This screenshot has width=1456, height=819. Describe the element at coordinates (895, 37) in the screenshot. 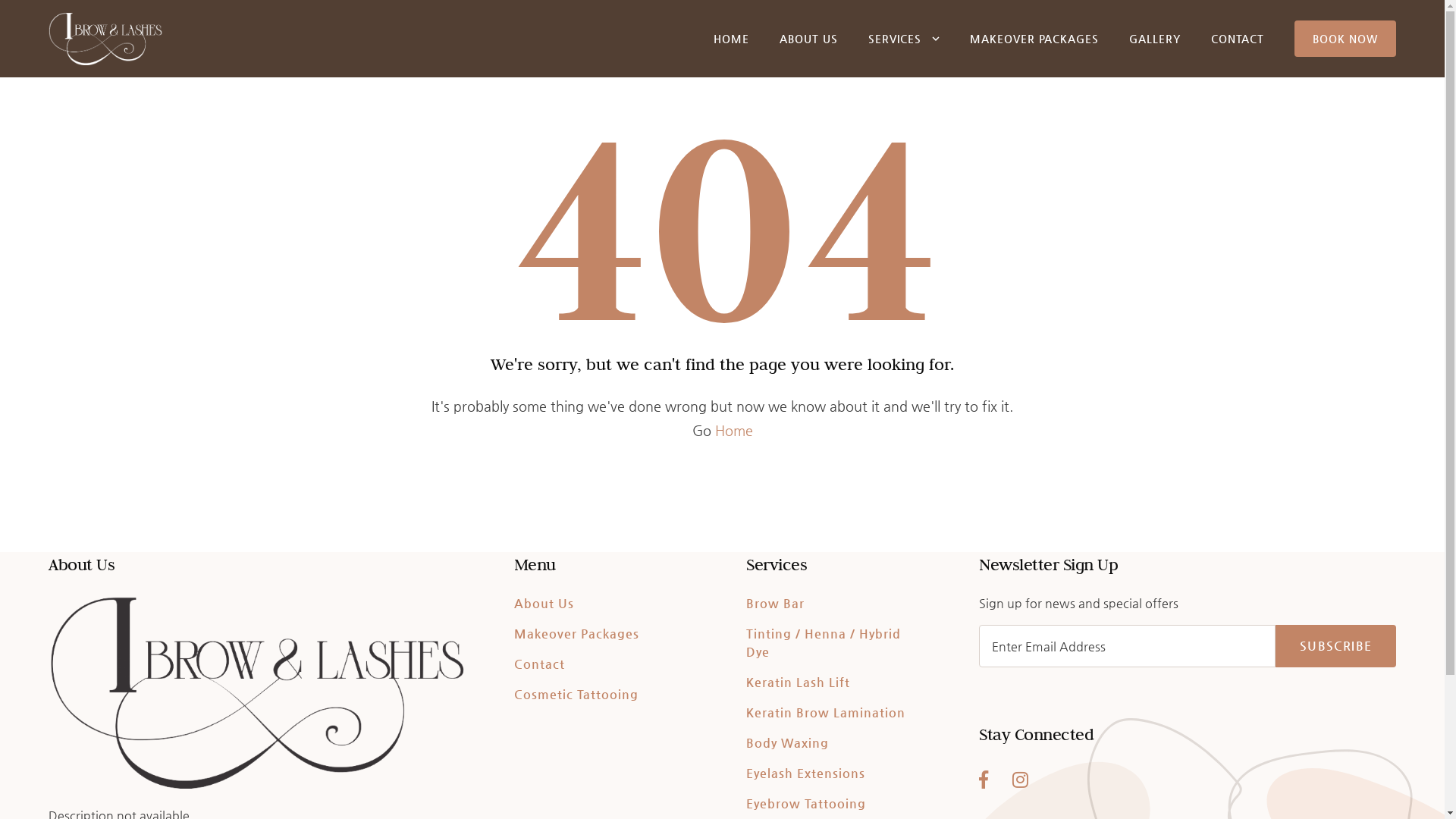

I see `'SERVICES'` at that location.